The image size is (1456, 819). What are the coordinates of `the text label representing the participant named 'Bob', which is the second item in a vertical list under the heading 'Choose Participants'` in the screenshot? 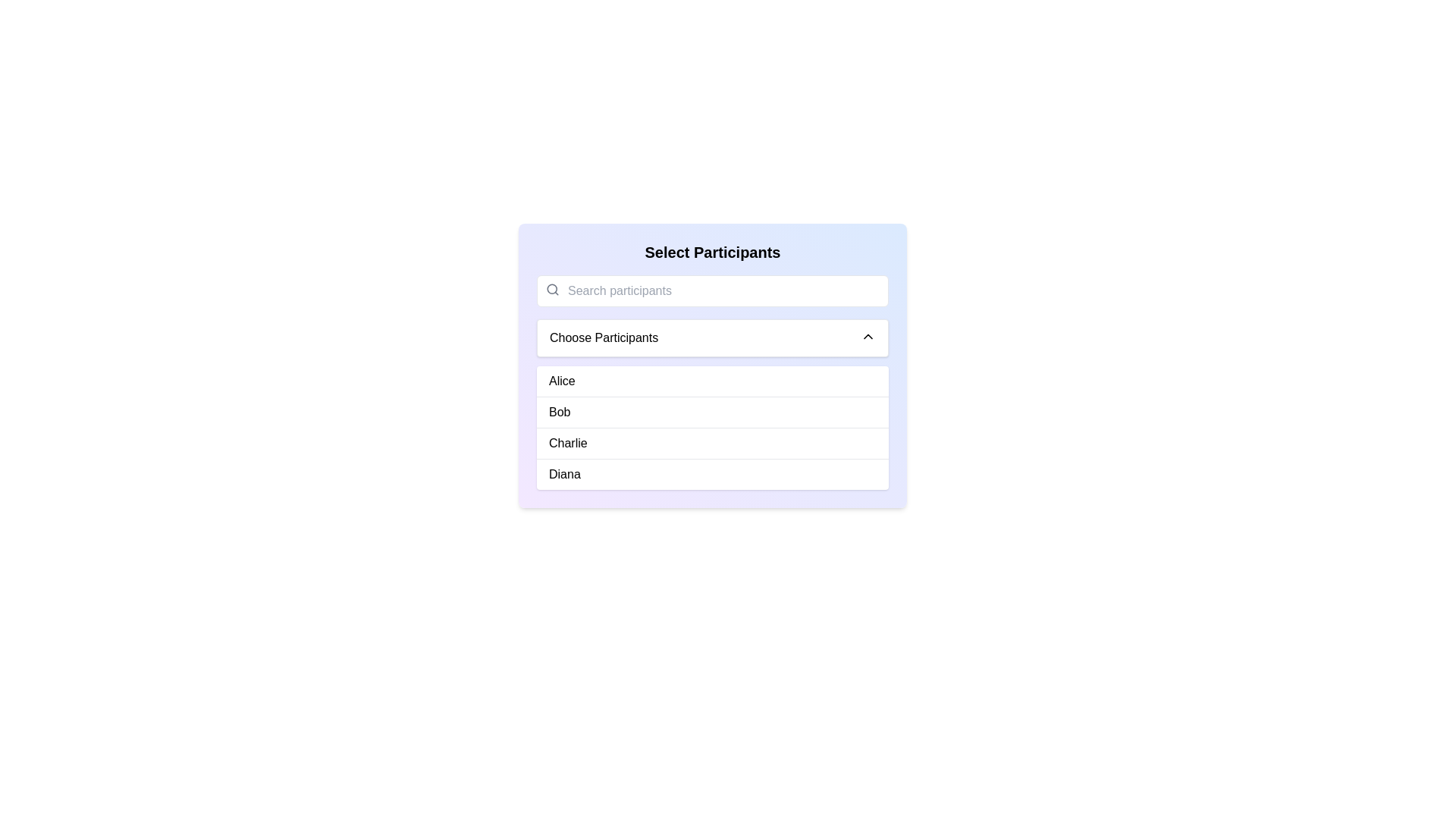 It's located at (559, 412).